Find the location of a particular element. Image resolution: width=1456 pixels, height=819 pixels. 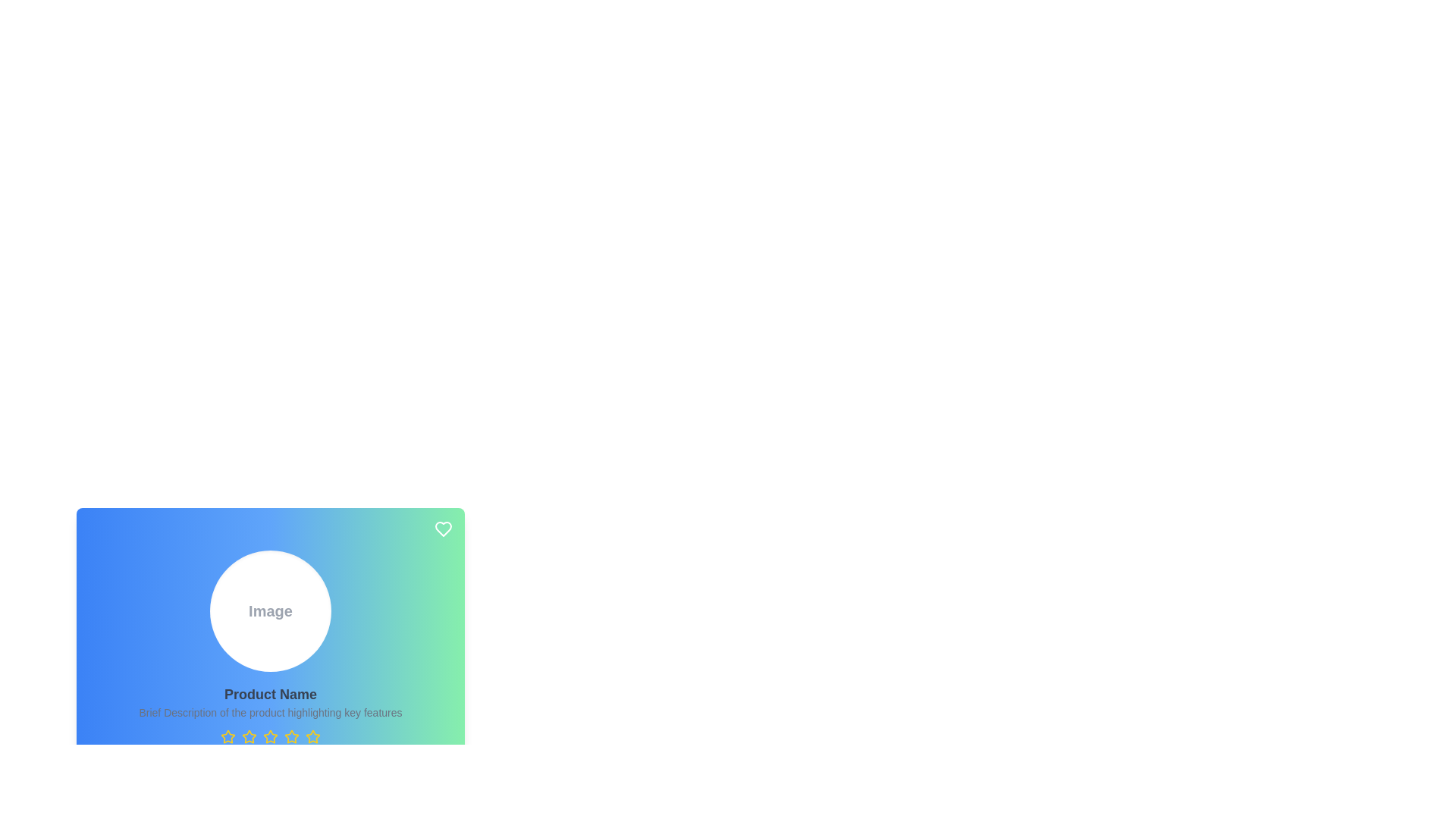

the SVG heart-shaped icon with a thin outline located near the top-right corner of the gradient-colored section is located at coordinates (443, 529).